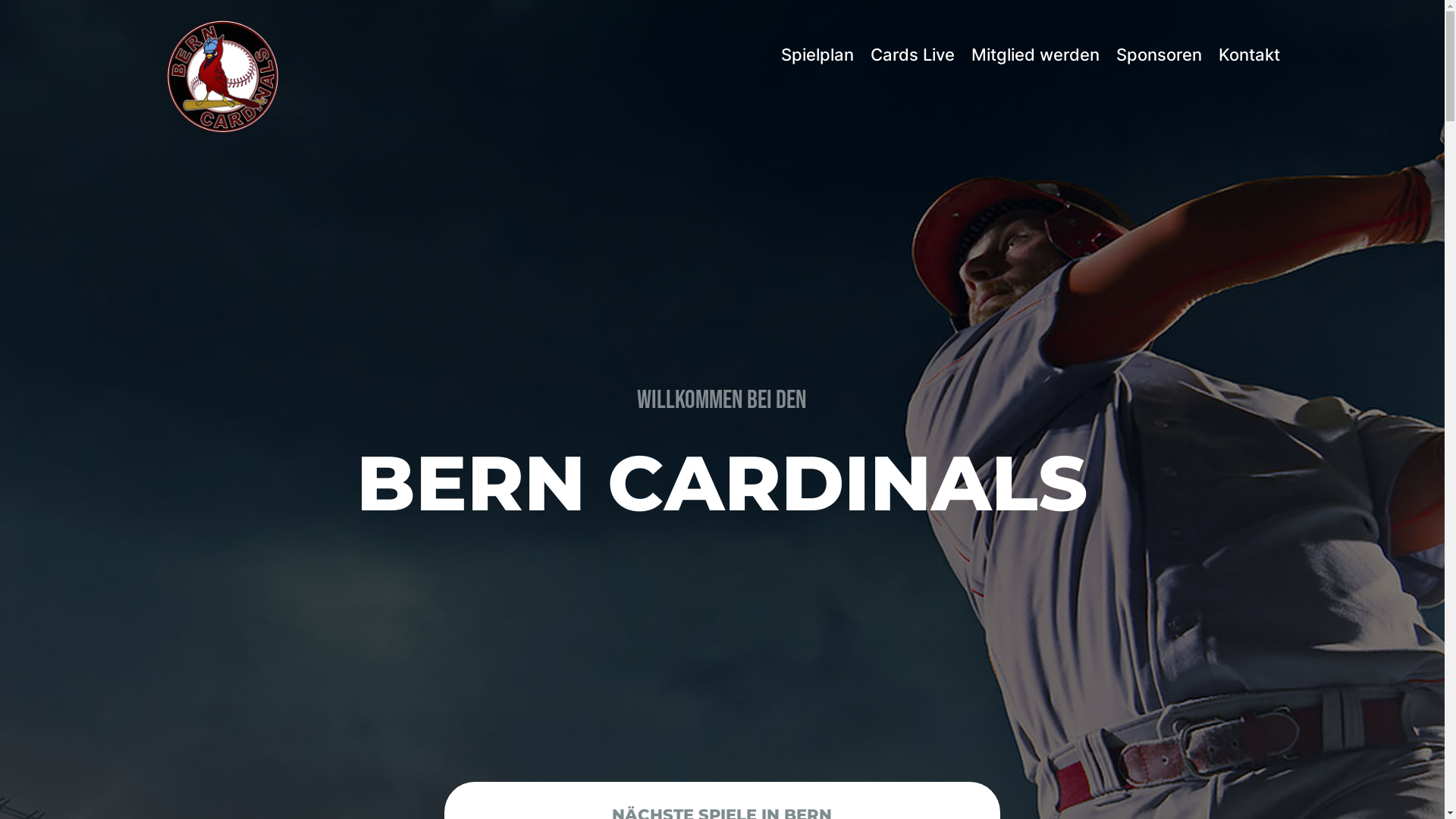  Describe the element at coordinates (1034, 54) in the screenshot. I see `'Mitglied werden'` at that location.